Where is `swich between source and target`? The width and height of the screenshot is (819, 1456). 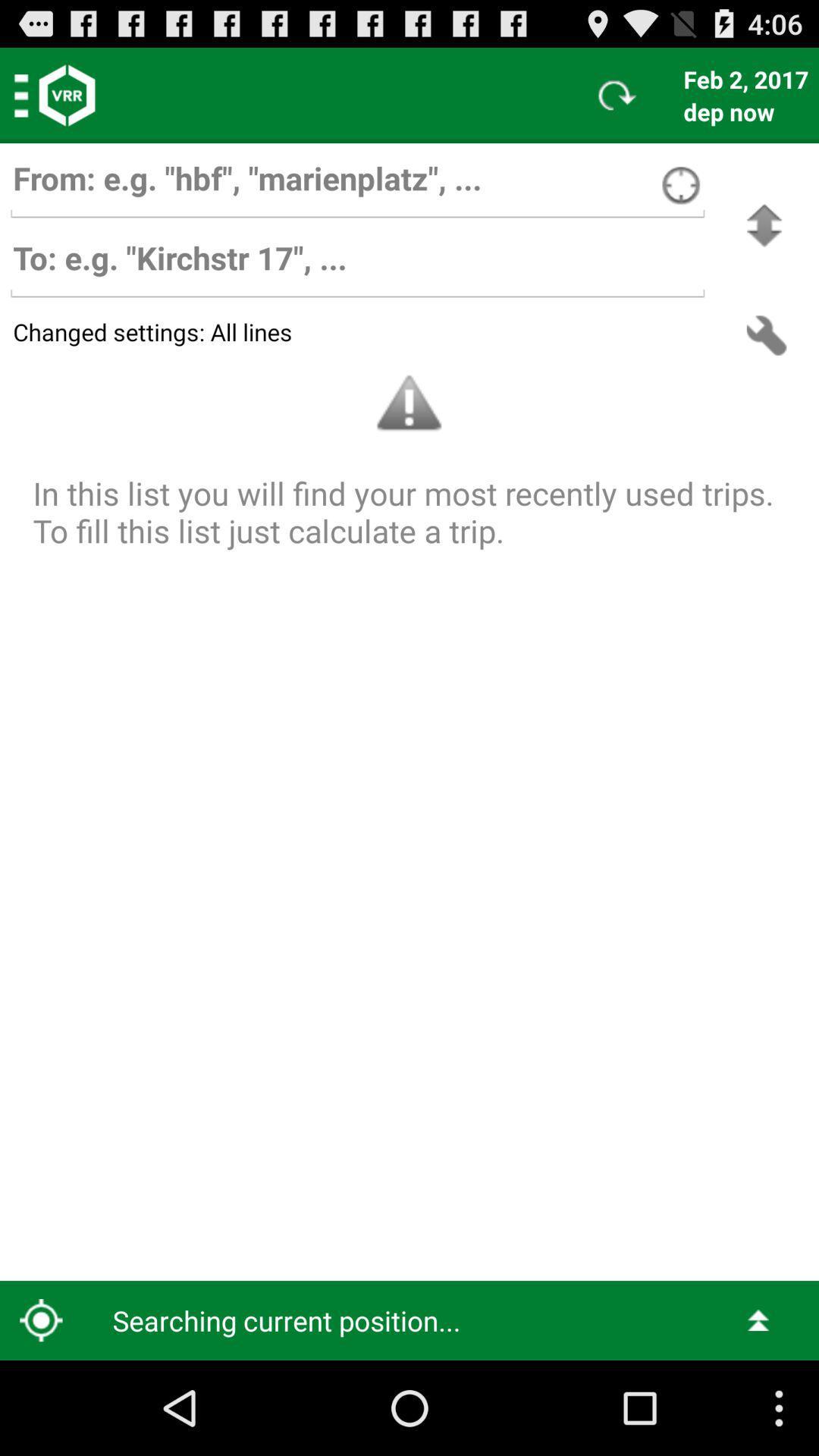
swich between source and target is located at coordinates (764, 224).